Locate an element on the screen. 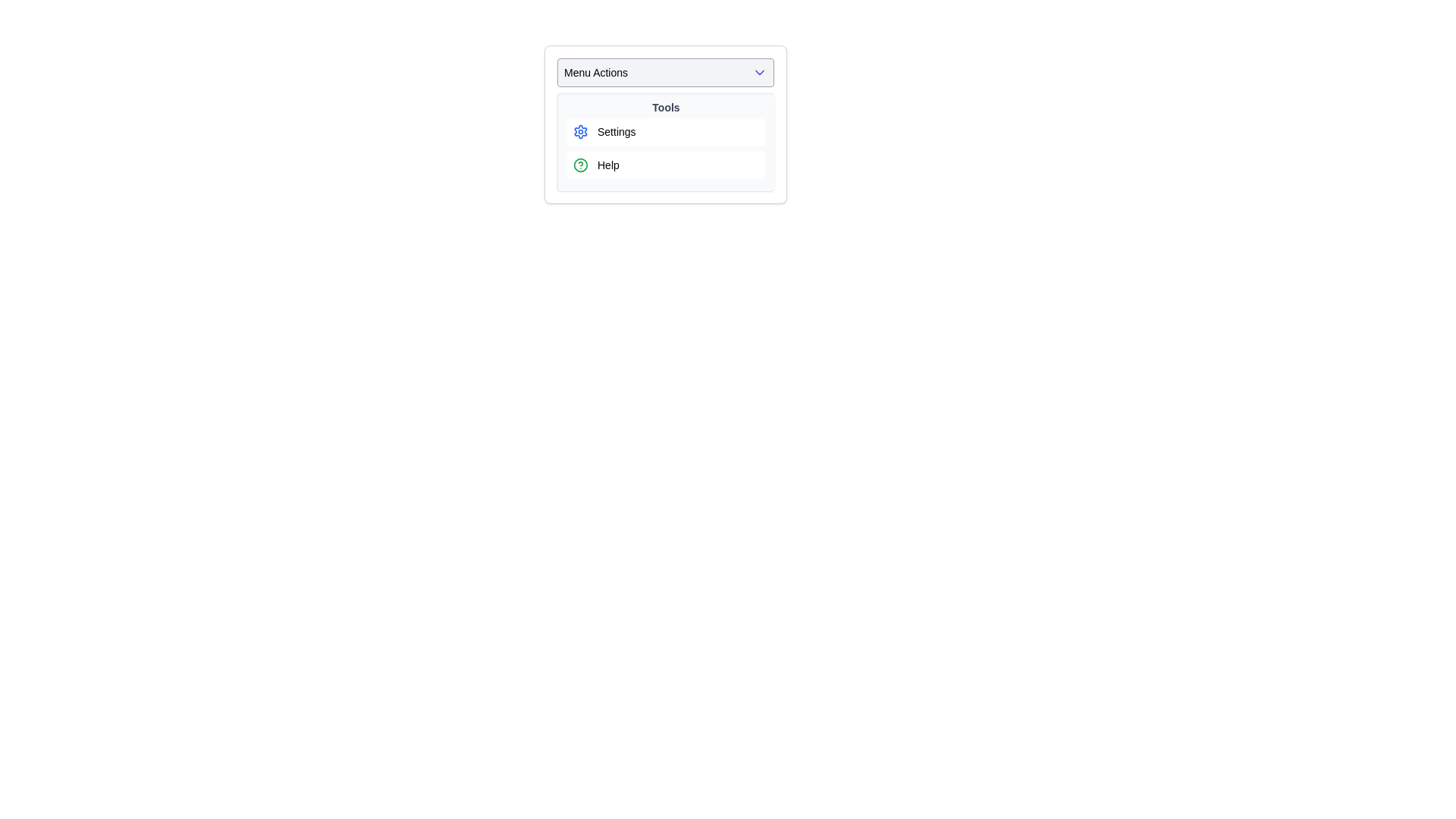  the blue gear-shaped icon representing settings is located at coordinates (580, 130).